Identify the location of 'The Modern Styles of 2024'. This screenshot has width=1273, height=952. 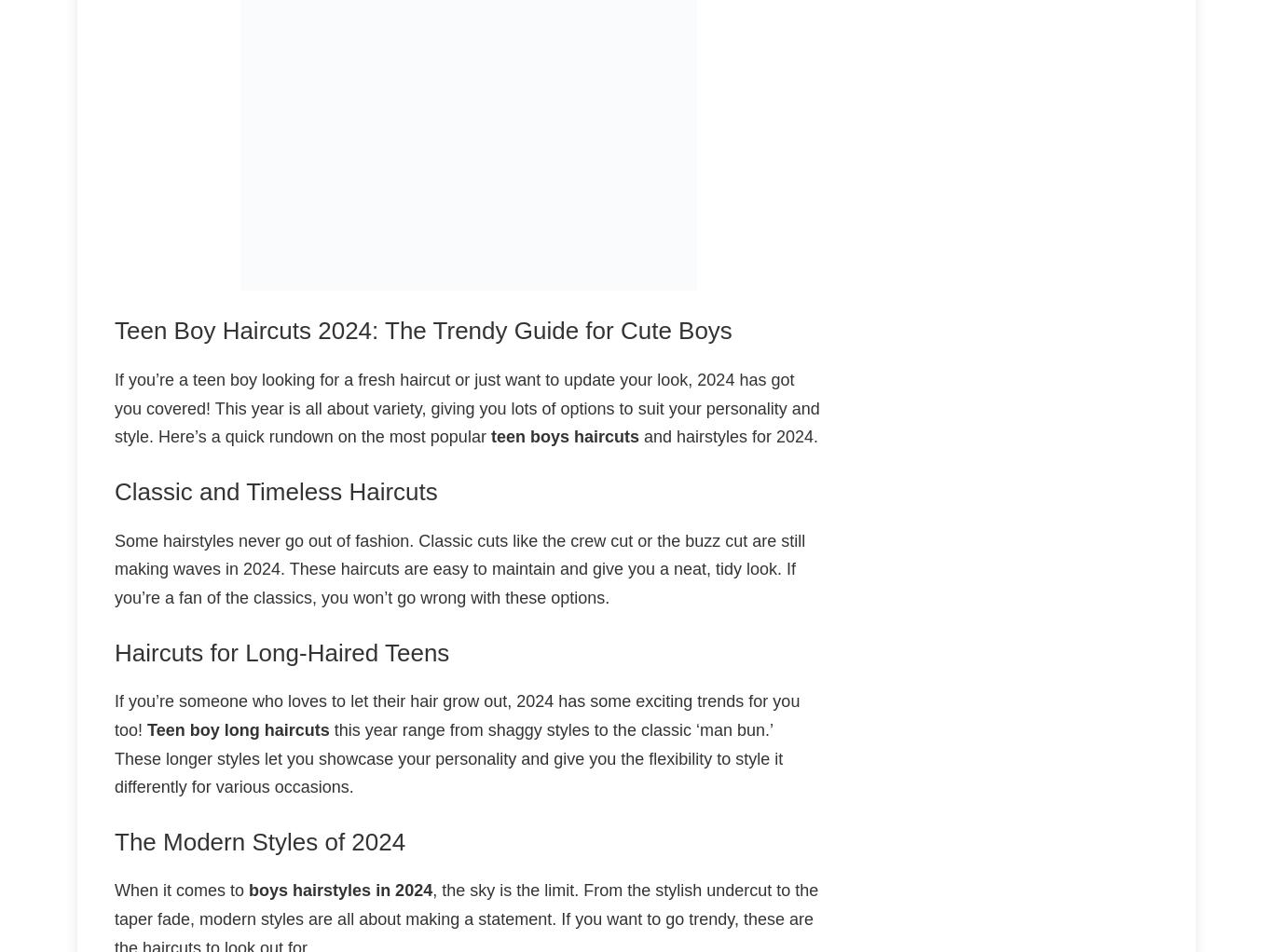
(113, 840).